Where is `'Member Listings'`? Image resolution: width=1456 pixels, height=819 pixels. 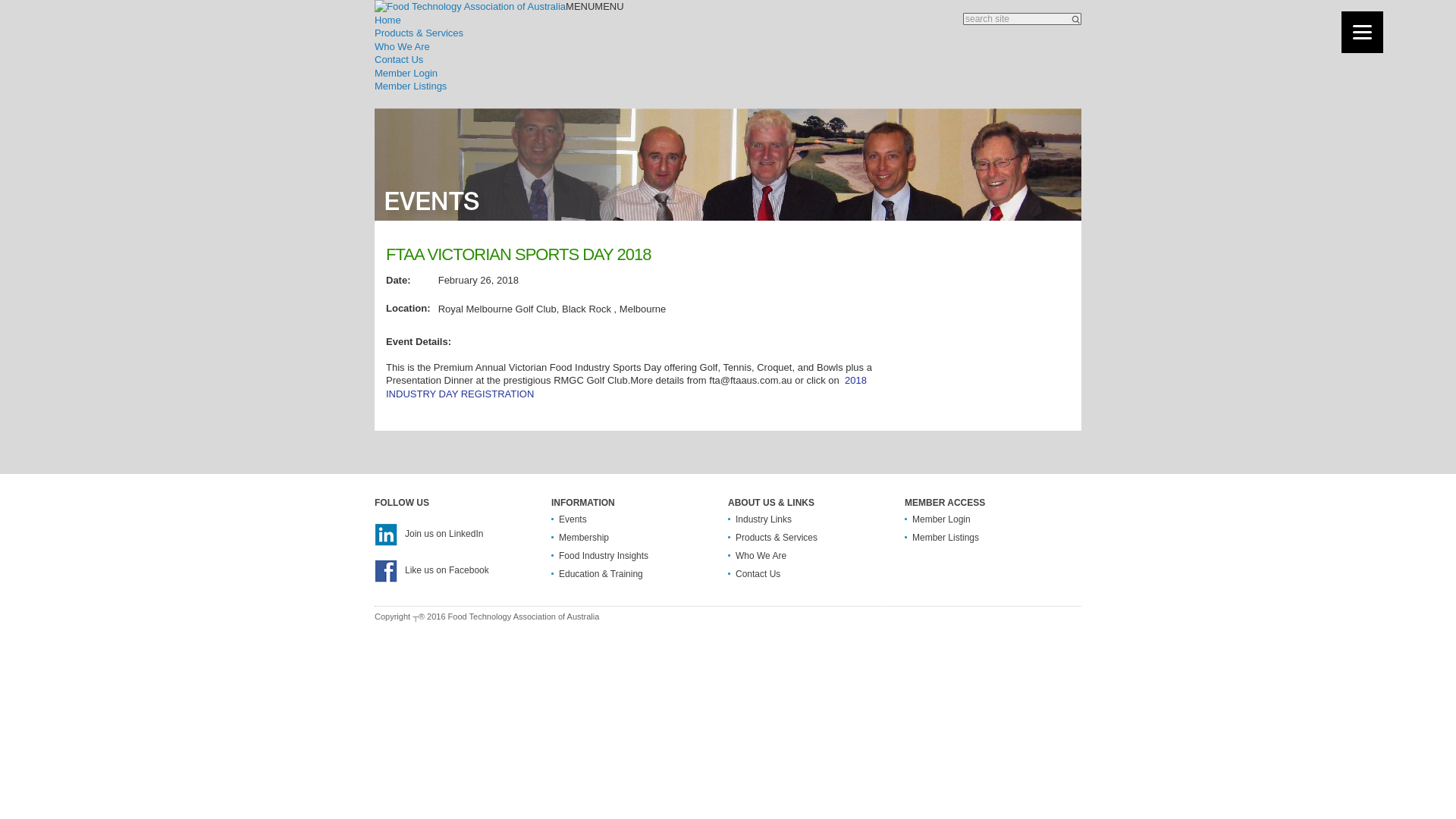 'Member Listings' is located at coordinates (945, 537).